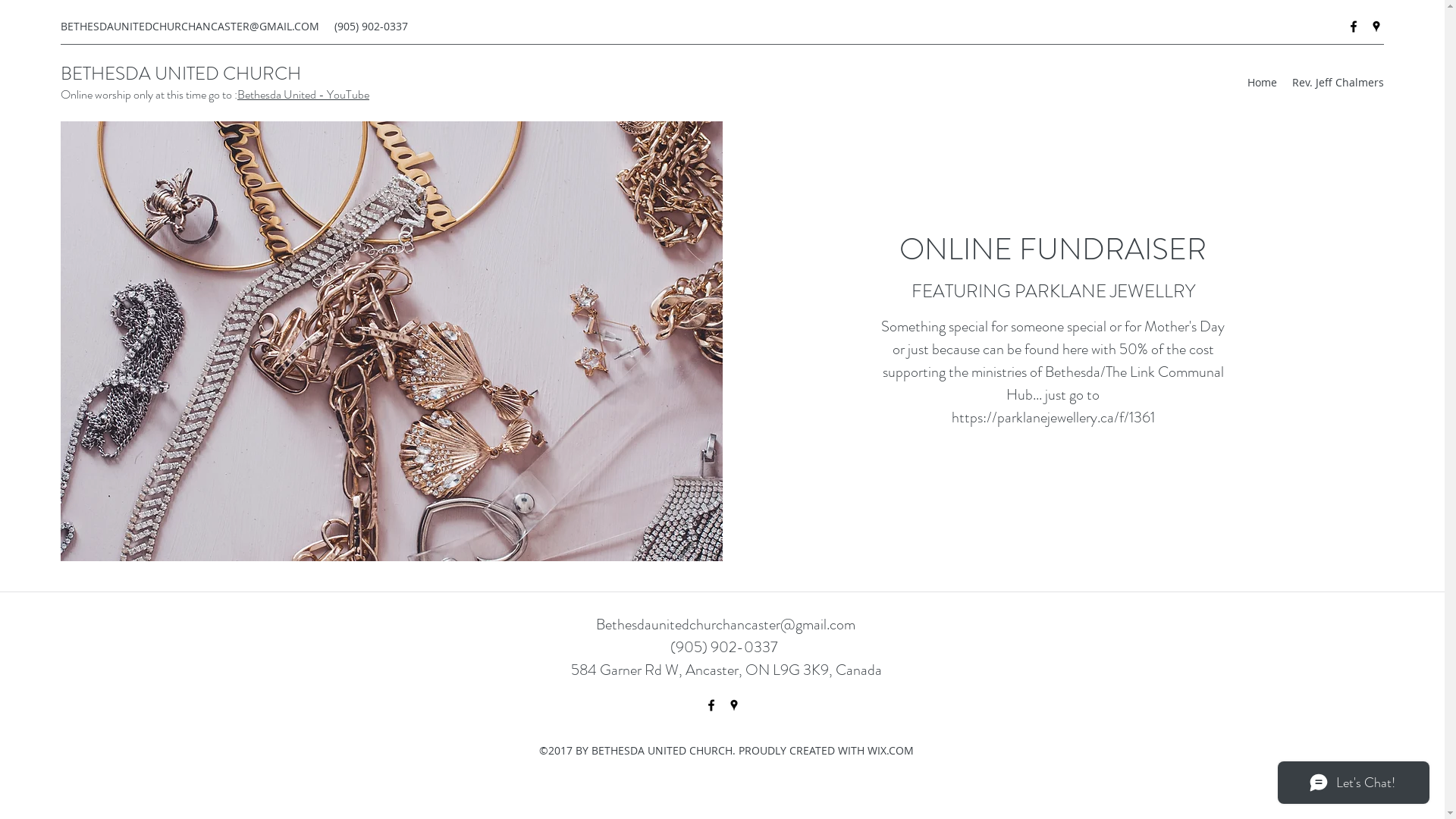  I want to click on 'Bethesda United - YouTube', so click(303, 94).